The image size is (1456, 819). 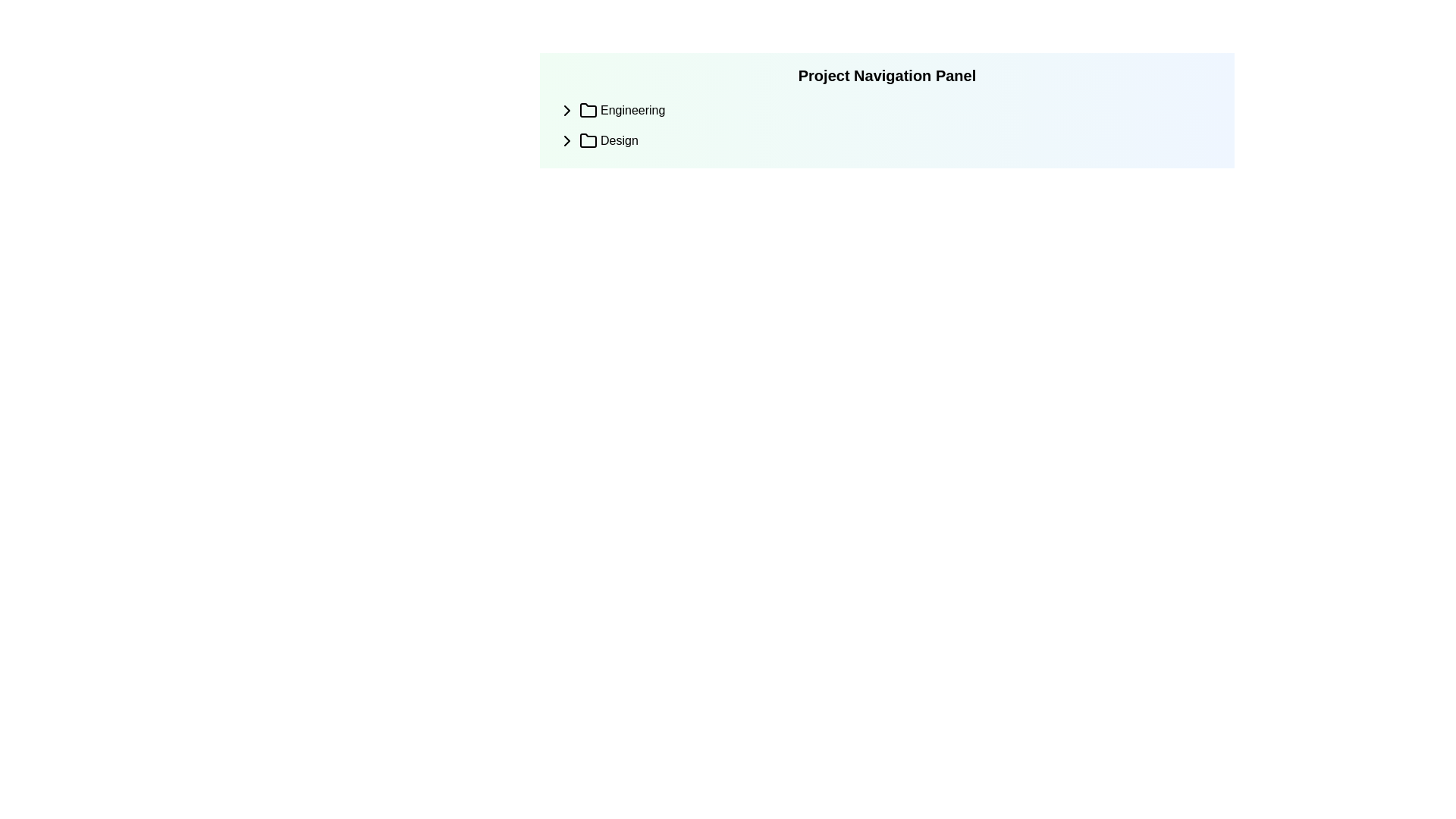 I want to click on the right-arrow icon (chevron shape) that is adjacent to the text labeled 'Design', so click(x=566, y=140).